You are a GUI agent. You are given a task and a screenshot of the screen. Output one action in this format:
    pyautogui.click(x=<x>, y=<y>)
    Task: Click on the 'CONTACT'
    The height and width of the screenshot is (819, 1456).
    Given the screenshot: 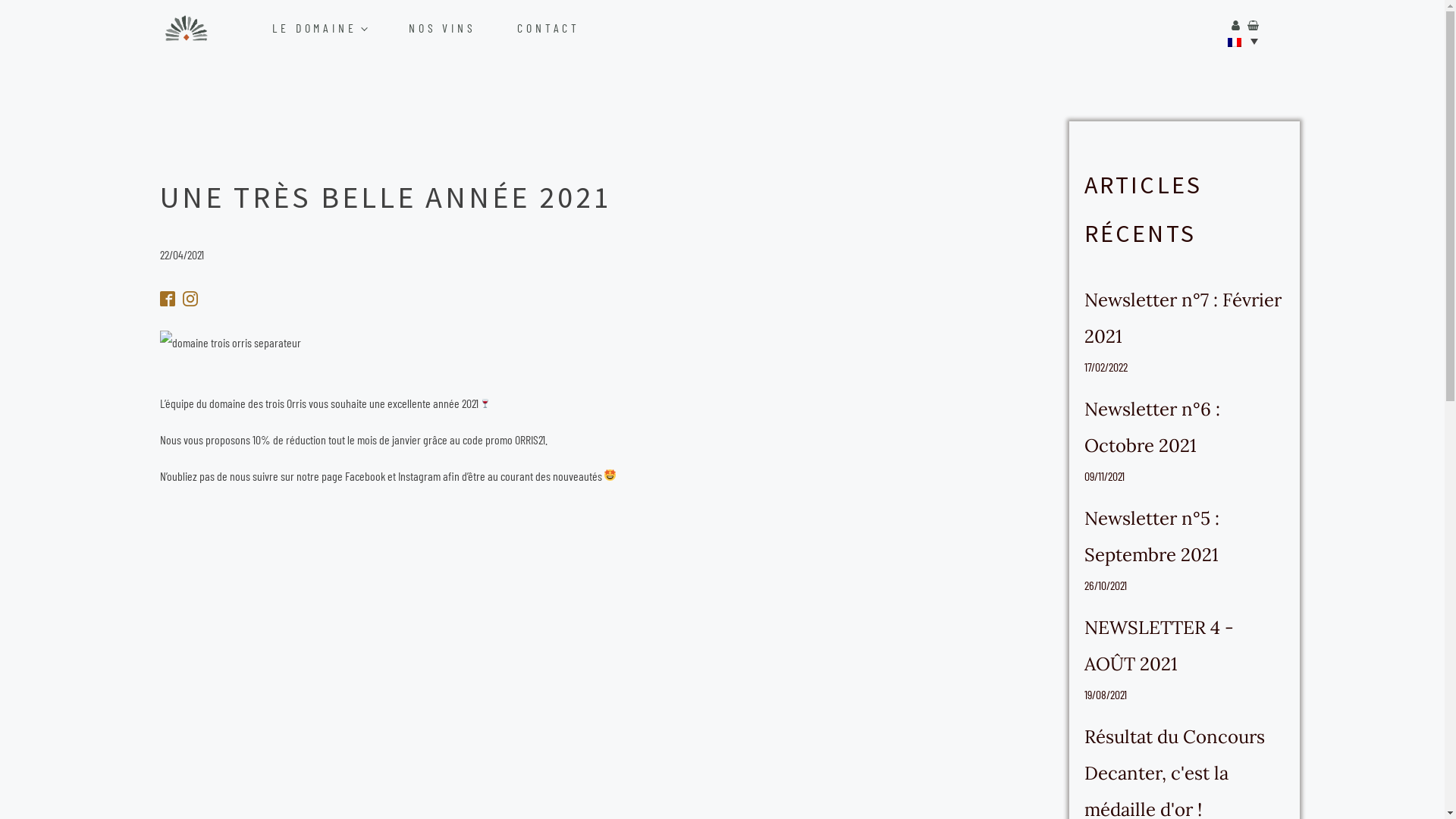 What is the action you would take?
    pyautogui.click(x=564, y=28)
    